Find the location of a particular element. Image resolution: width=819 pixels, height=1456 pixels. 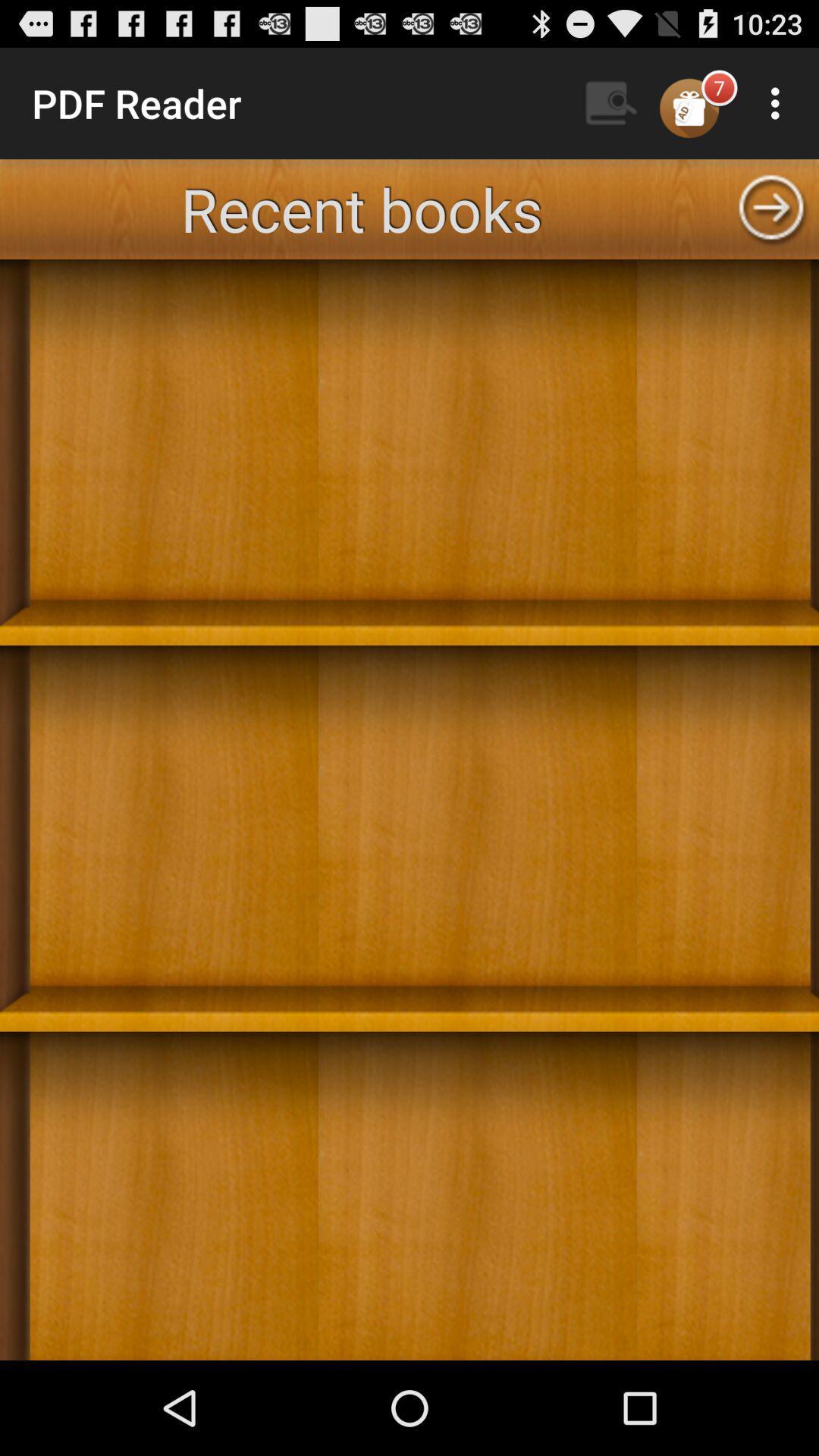

next is located at coordinates (771, 208).